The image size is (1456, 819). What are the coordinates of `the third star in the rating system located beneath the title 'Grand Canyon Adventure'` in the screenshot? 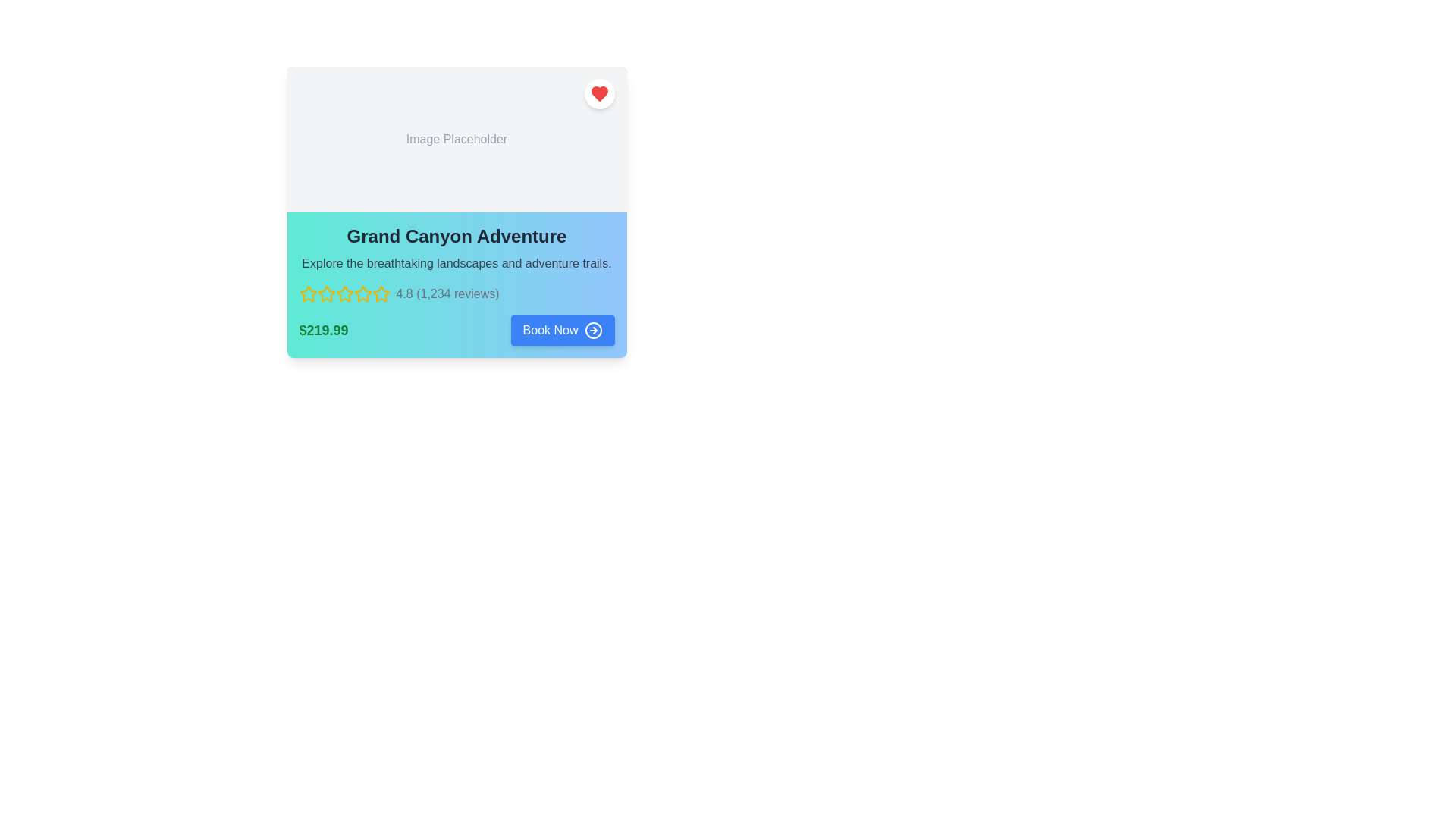 It's located at (362, 293).